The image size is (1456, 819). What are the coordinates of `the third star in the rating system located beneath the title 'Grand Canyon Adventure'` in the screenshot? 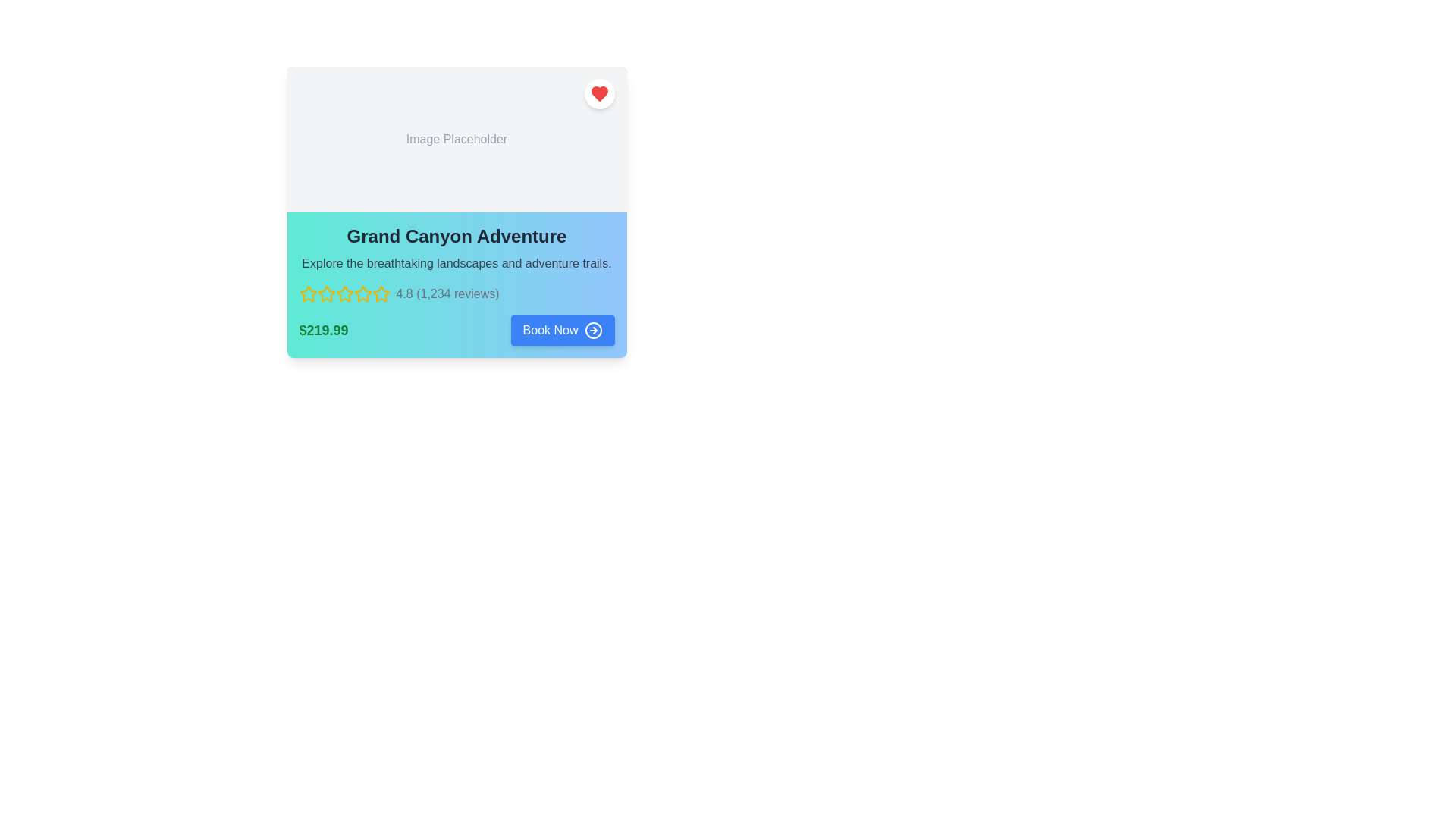 It's located at (362, 293).